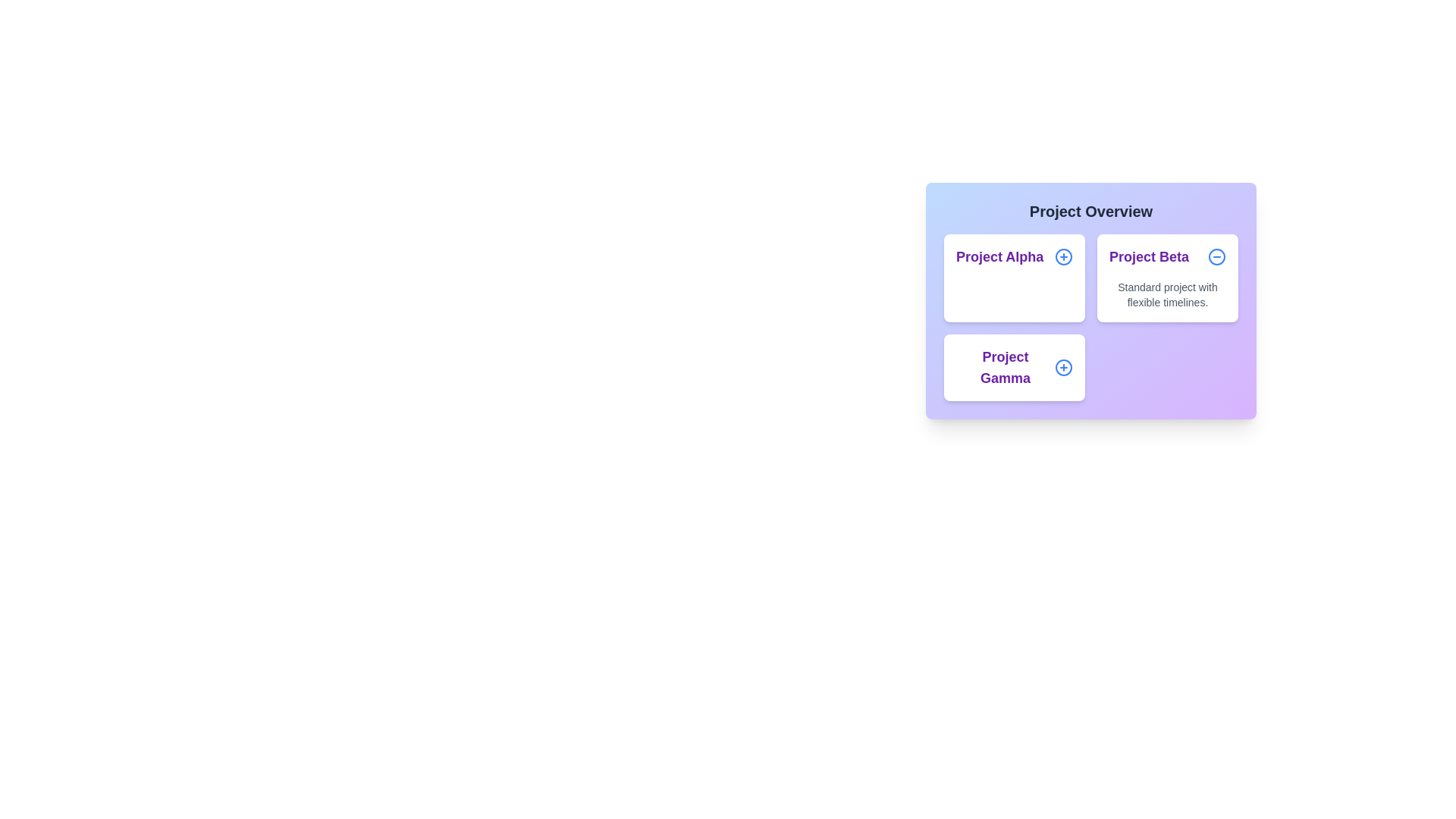  Describe the element at coordinates (1015, 278) in the screenshot. I see `the title text of the card labeled Project Alpha` at that location.